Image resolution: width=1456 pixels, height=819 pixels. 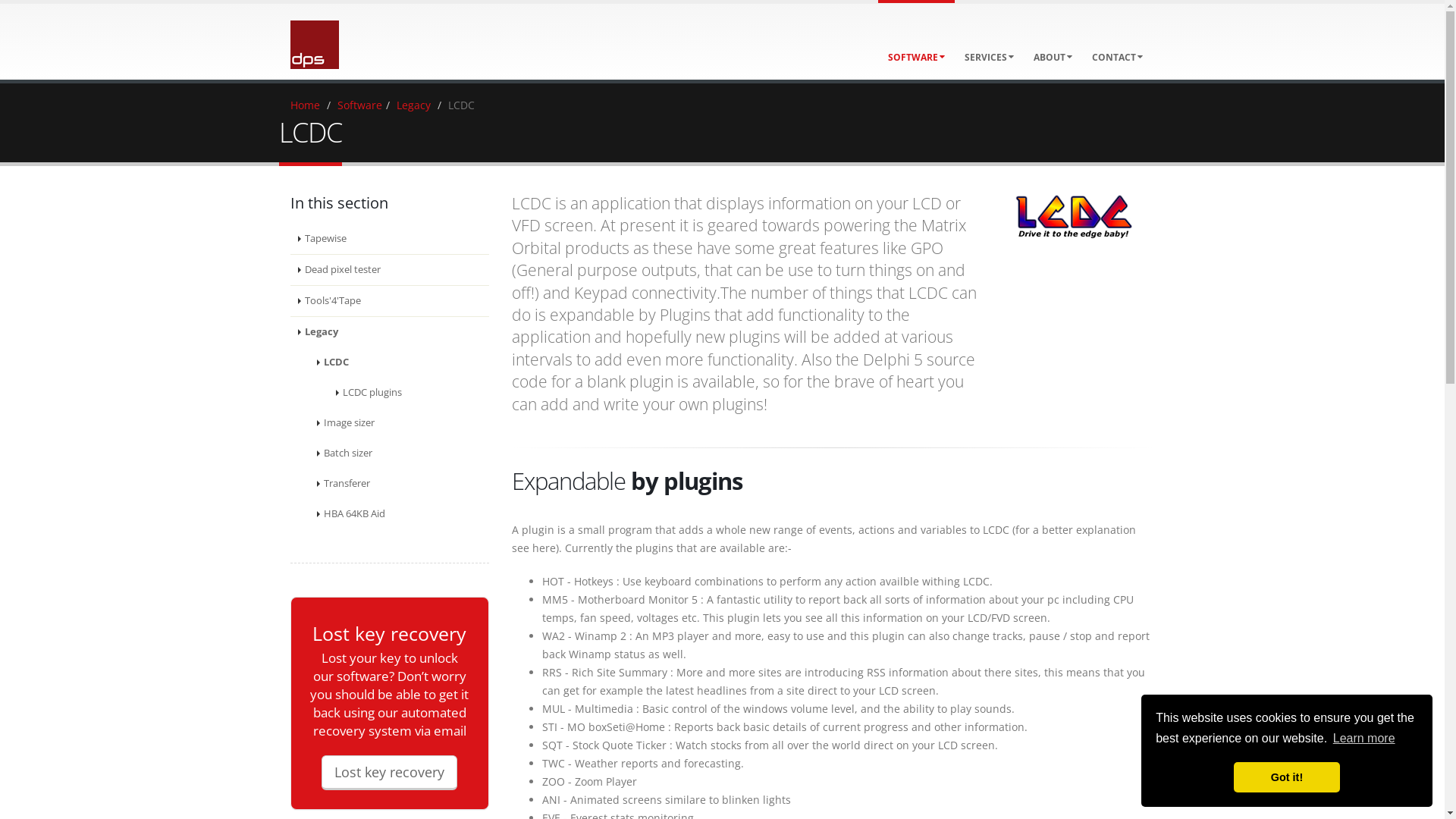 I want to click on 'Got it!', so click(x=1286, y=777).